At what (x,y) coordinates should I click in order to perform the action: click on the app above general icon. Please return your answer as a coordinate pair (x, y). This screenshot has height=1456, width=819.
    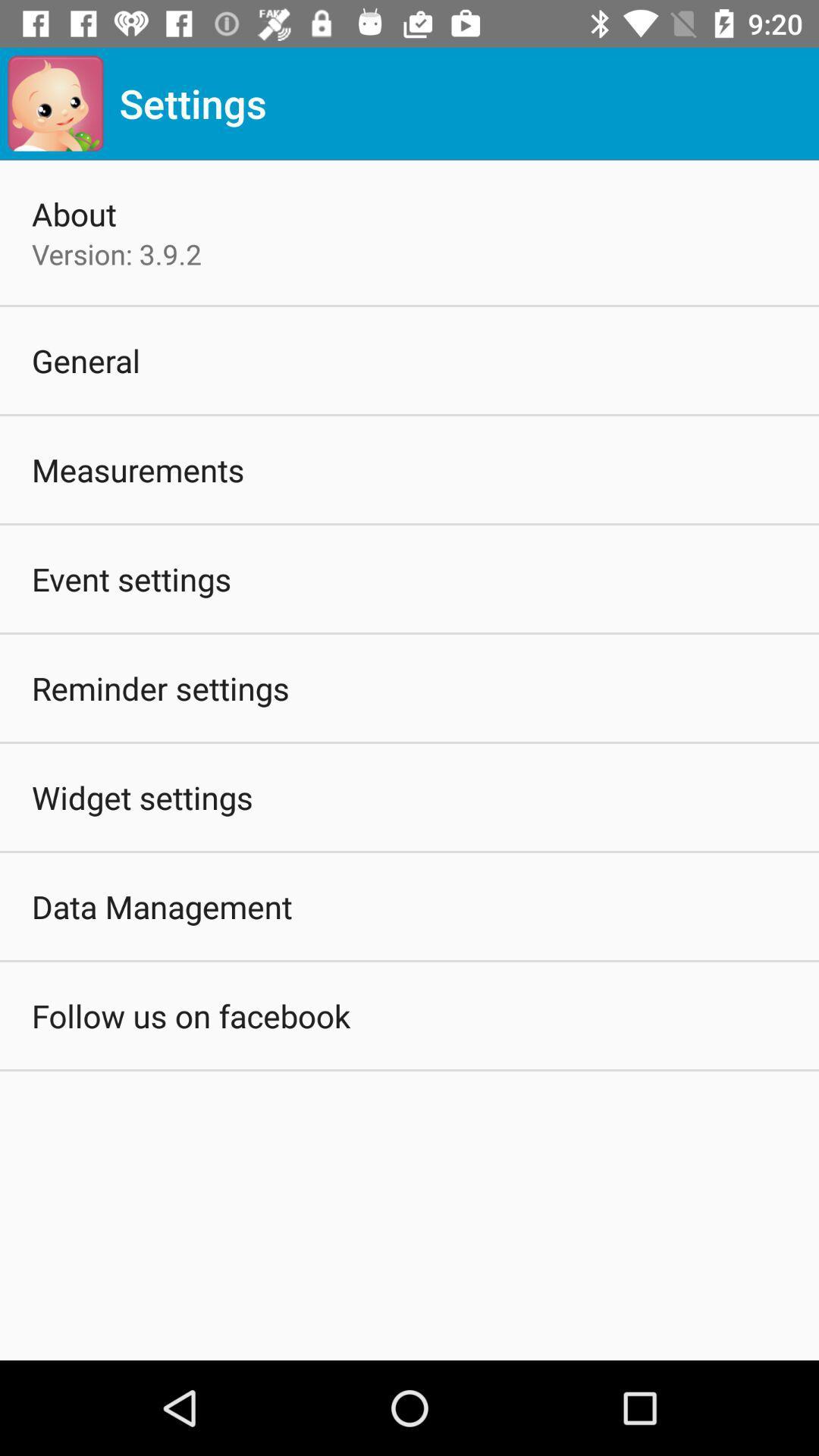
    Looking at the image, I should click on (116, 254).